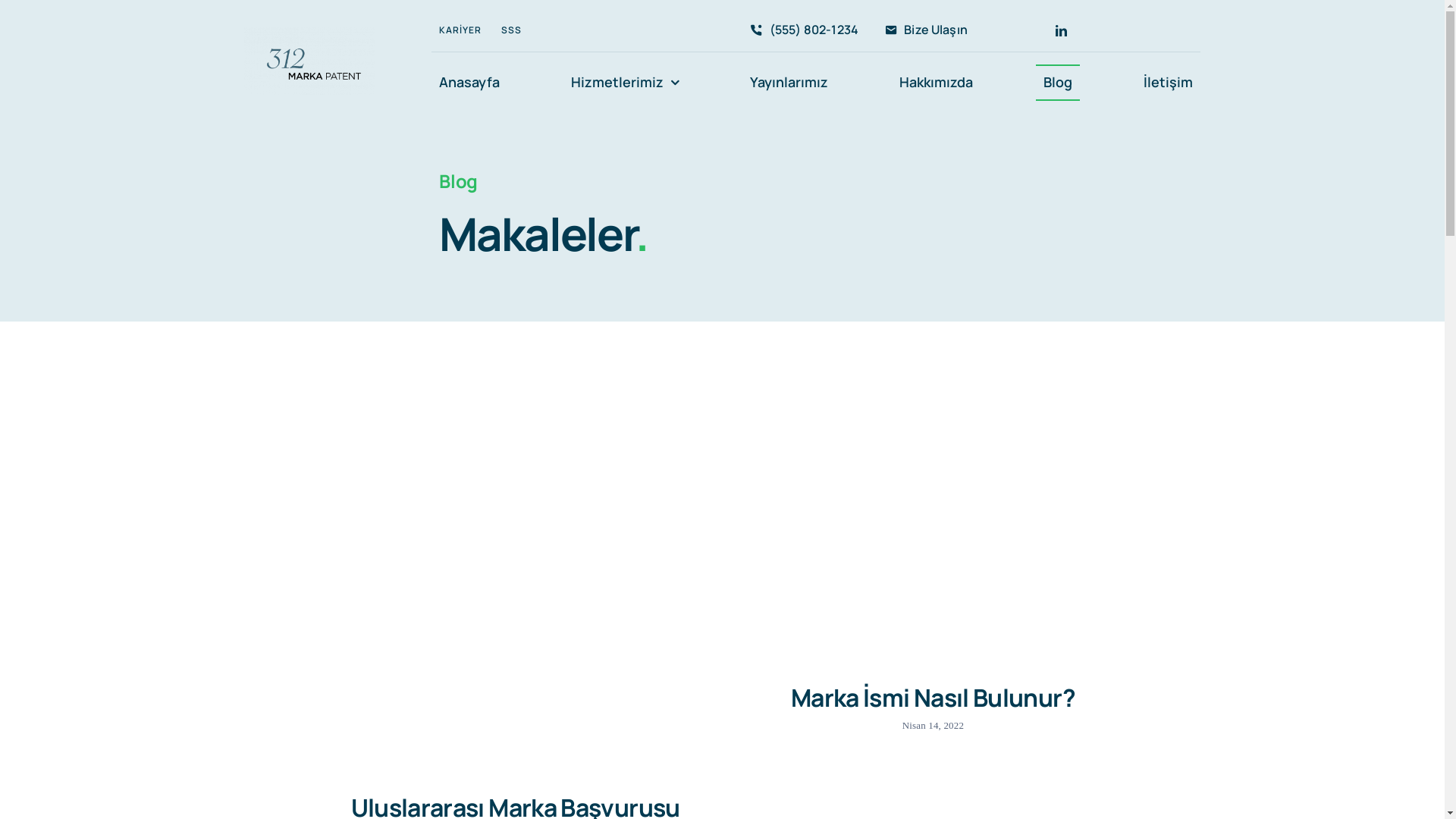 The width and height of the screenshot is (1456, 819). I want to click on '(555) 802-1234', so click(800, 30).